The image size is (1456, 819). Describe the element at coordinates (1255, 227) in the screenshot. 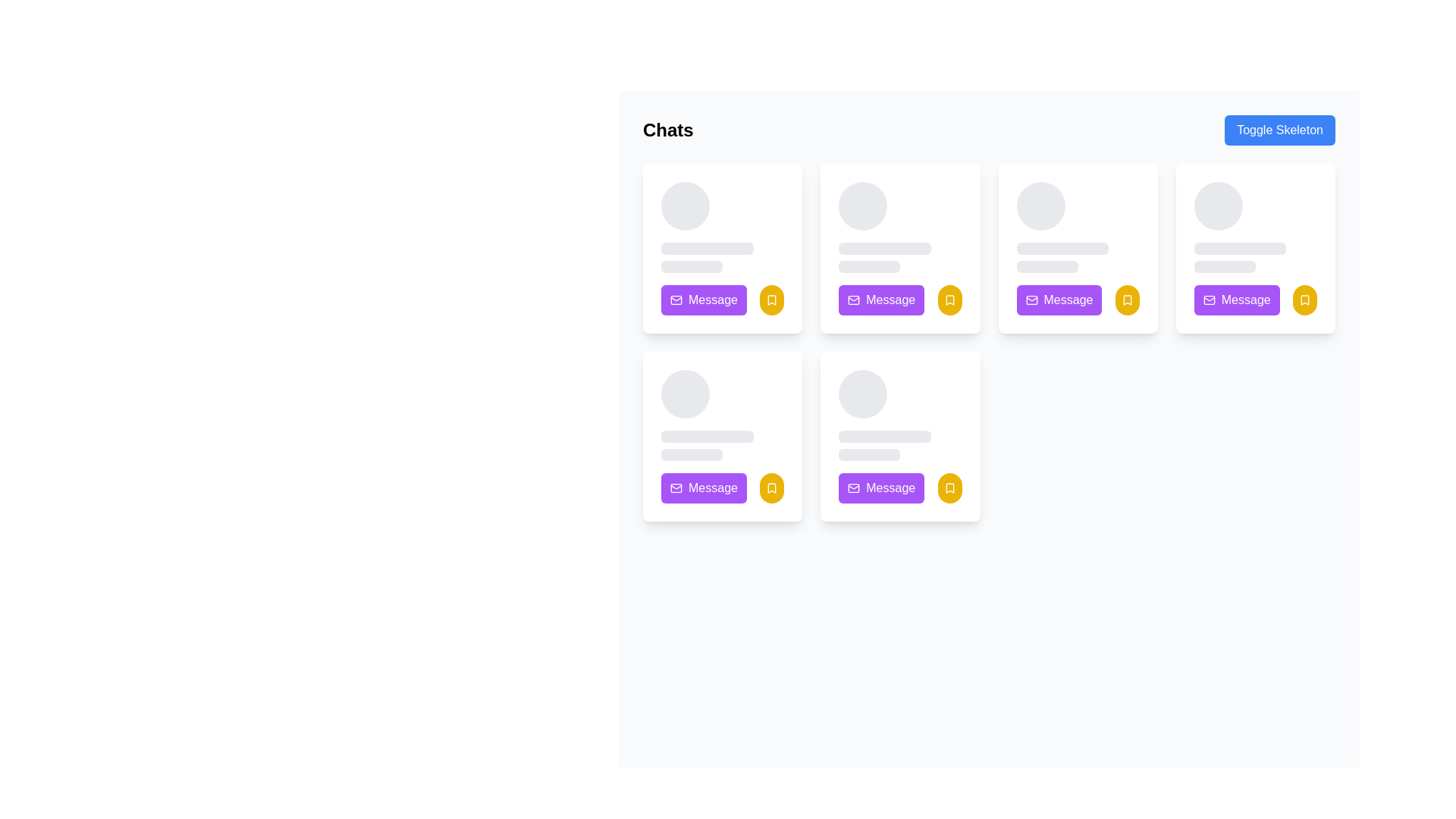

I see `the Skeleton loader element located in the top-right card of the visible grid, positioned above the 'Message' button` at that location.